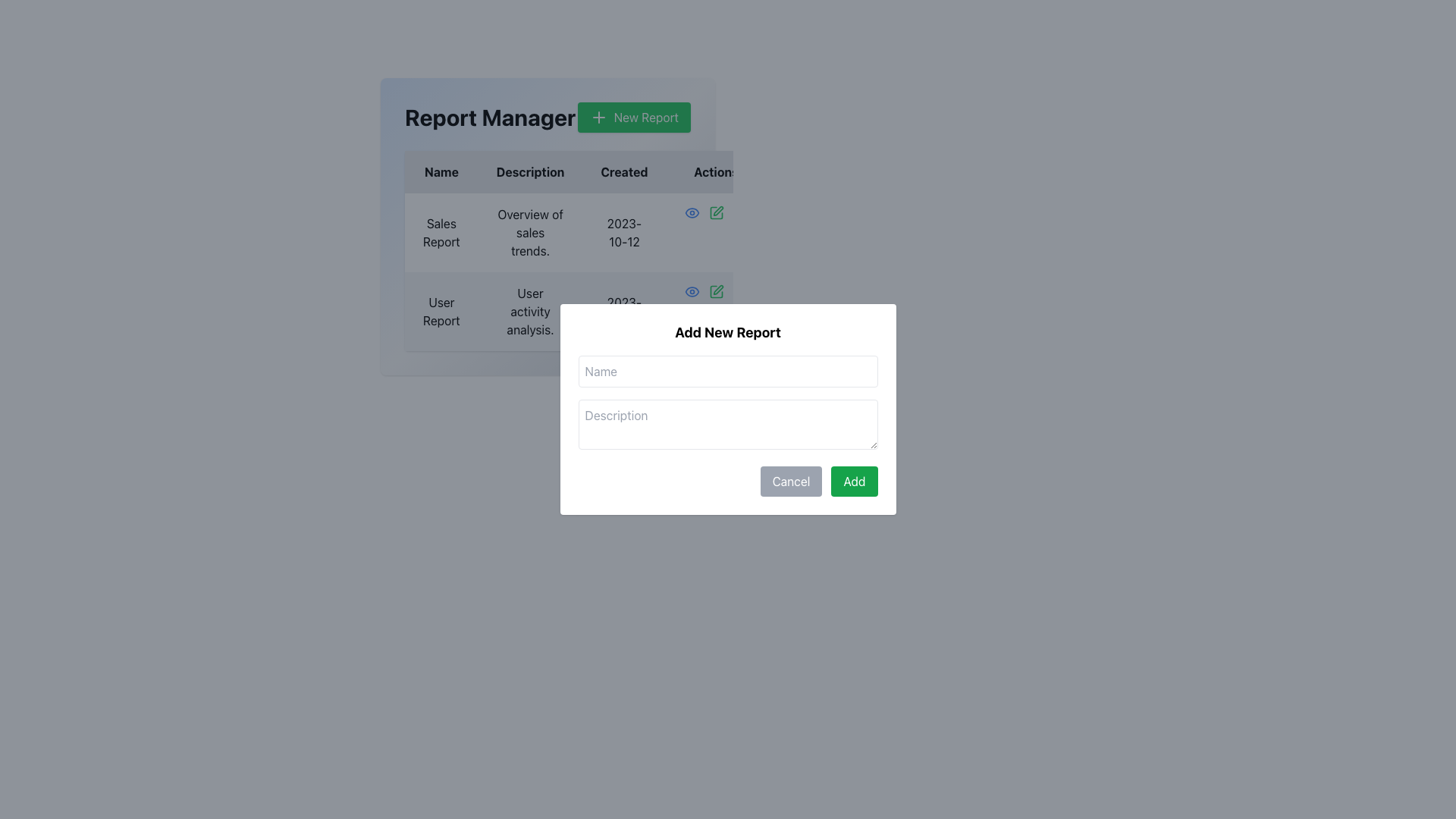 The height and width of the screenshot is (819, 1456). Describe the element at coordinates (634, 116) in the screenshot. I see `the 'Create New Report' button located in the header section of the 'Report Manager' interface` at that location.